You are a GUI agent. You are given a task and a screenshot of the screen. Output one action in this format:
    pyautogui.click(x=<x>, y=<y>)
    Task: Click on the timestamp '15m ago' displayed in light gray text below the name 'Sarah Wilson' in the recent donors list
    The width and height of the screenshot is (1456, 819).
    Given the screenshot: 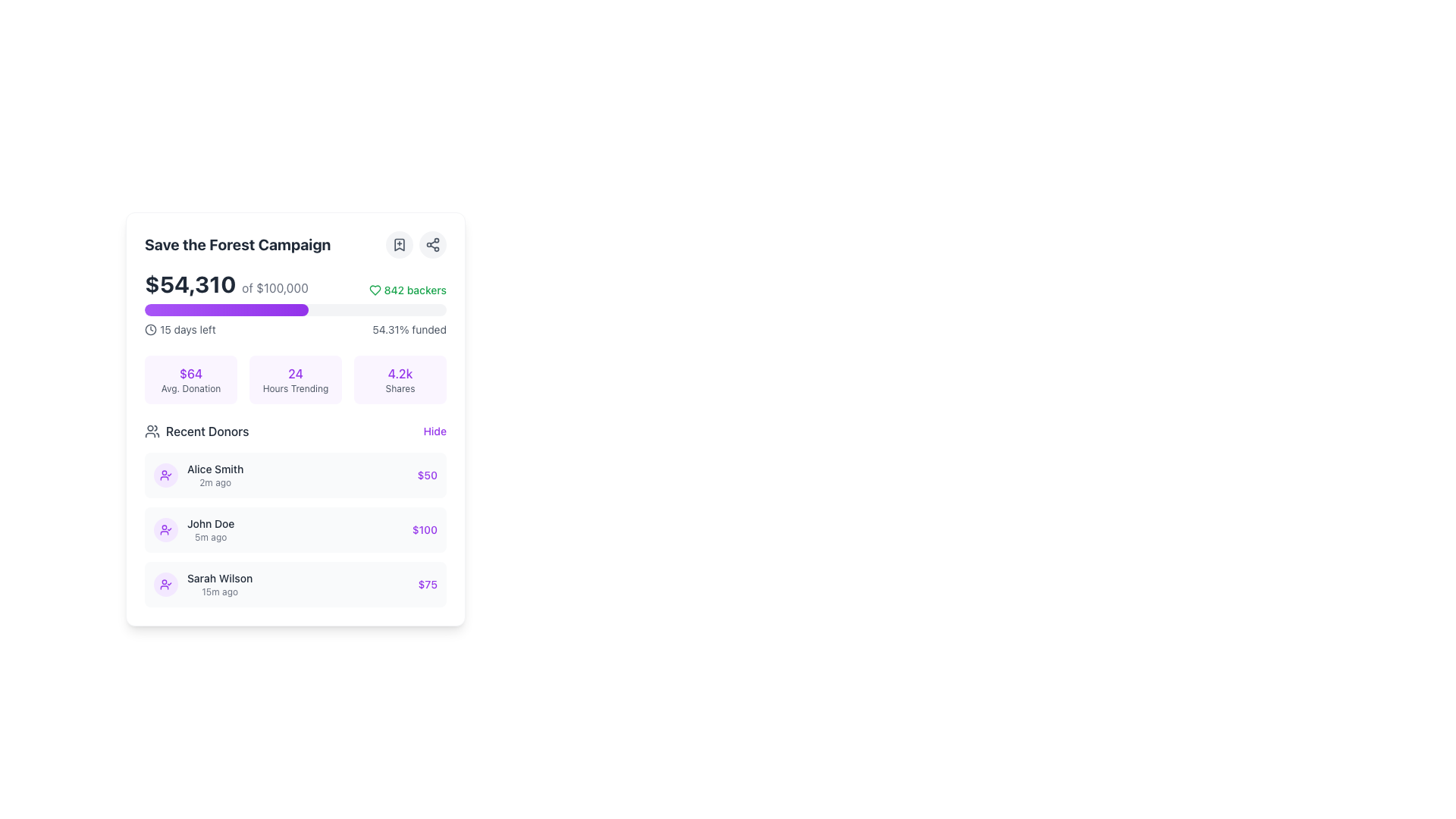 What is the action you would take?
    pyautogui.click(x=219, y=591)
    